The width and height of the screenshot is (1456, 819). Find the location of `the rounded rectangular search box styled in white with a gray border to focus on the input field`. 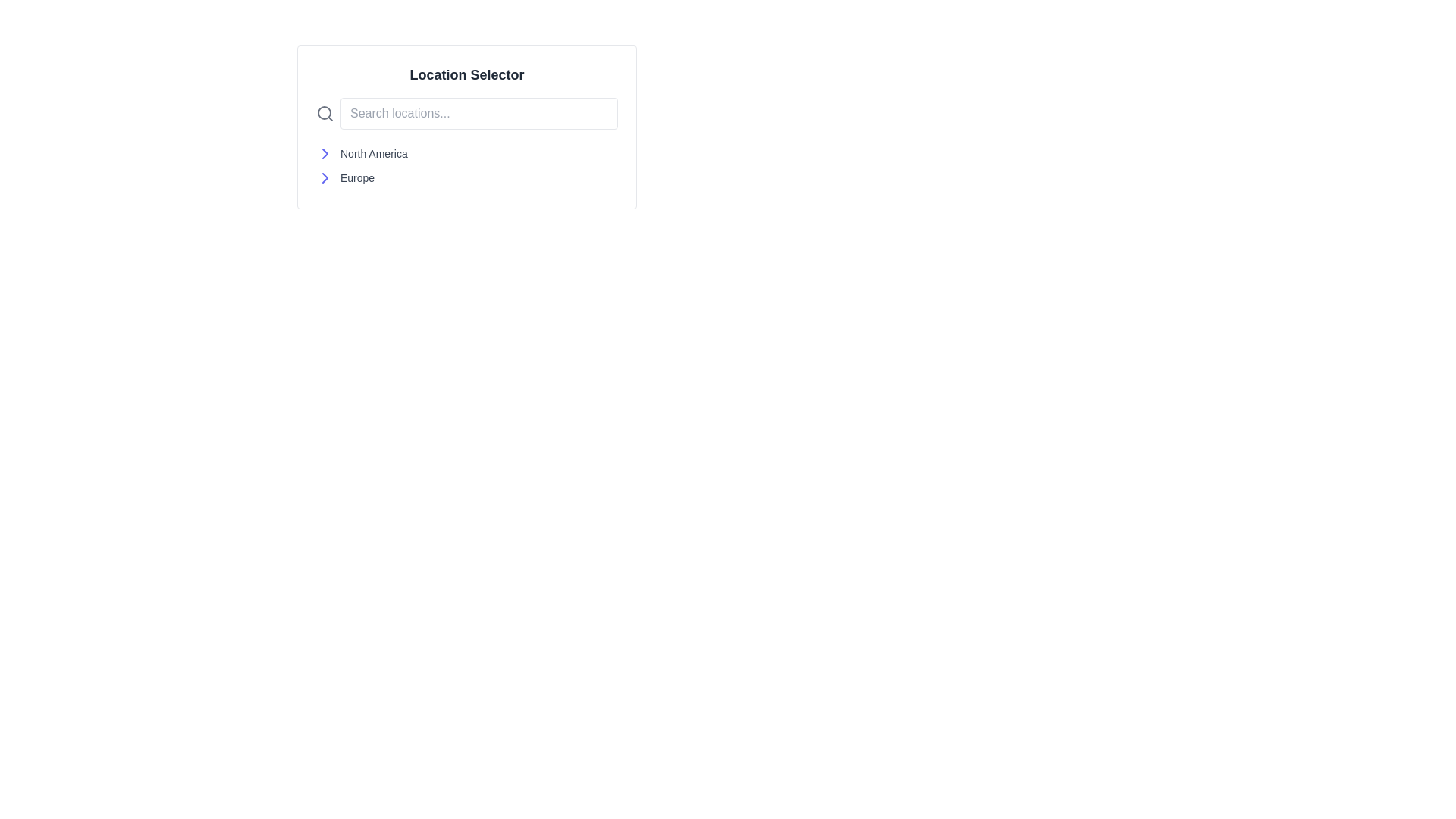

the rounded rectangular search box styled in white with a gray border to focus on the input field is located at coordinates (466, 127).